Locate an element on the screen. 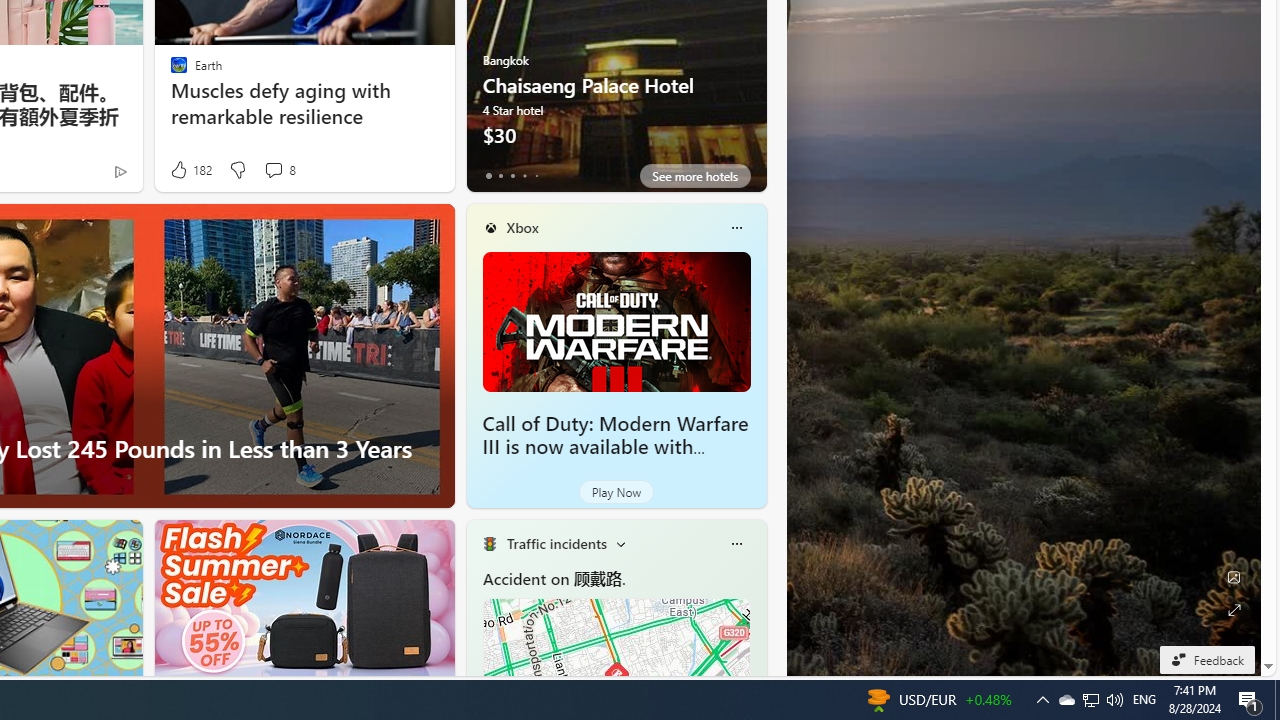 Image resolution: width=1280 pixels, height=720 pixels. 'tab-3' is located at coordinates (524, 175).